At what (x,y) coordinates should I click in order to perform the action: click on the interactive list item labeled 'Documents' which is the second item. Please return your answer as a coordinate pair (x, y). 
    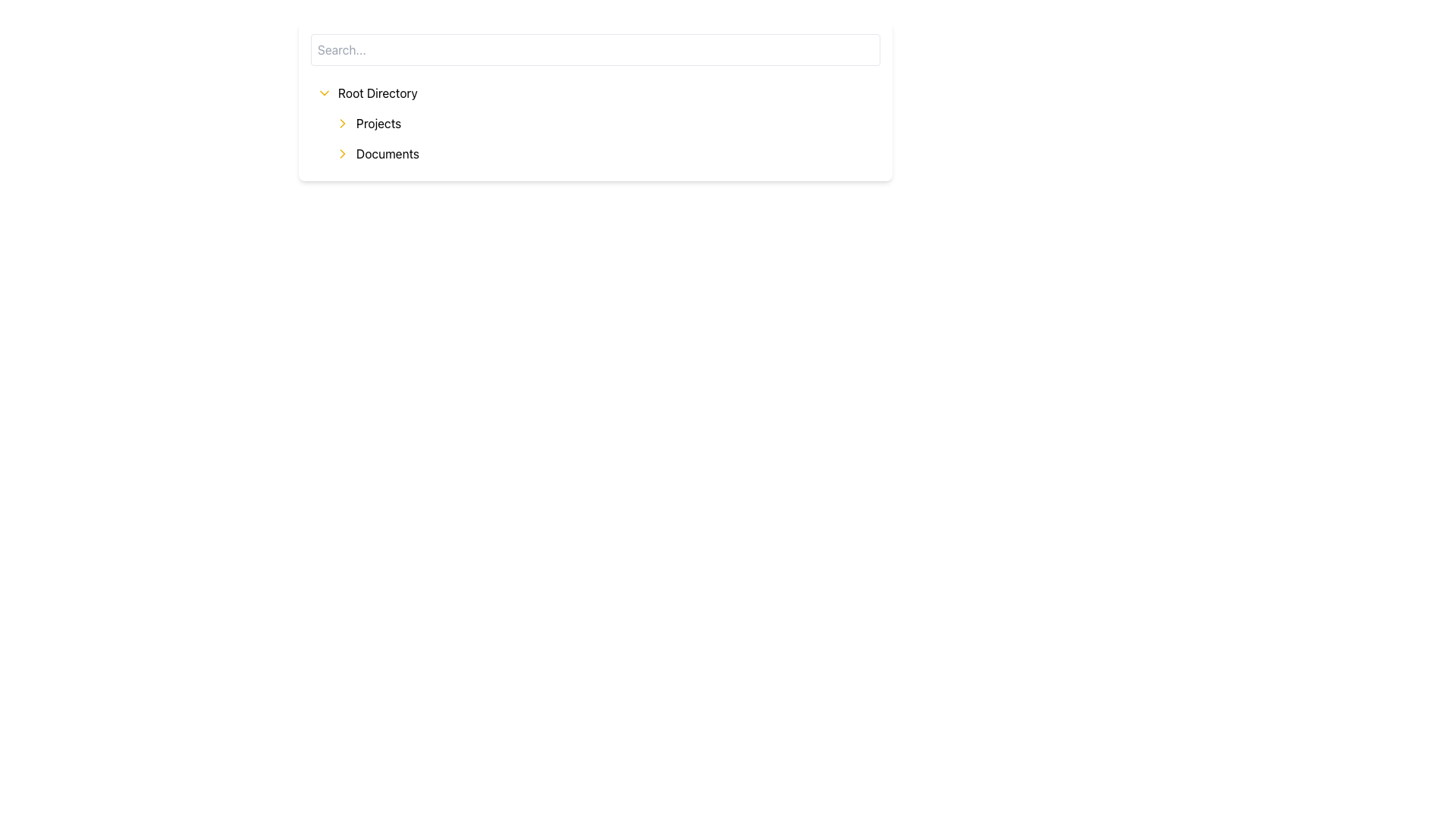
    Looking at the image, I should click on (595, 154).